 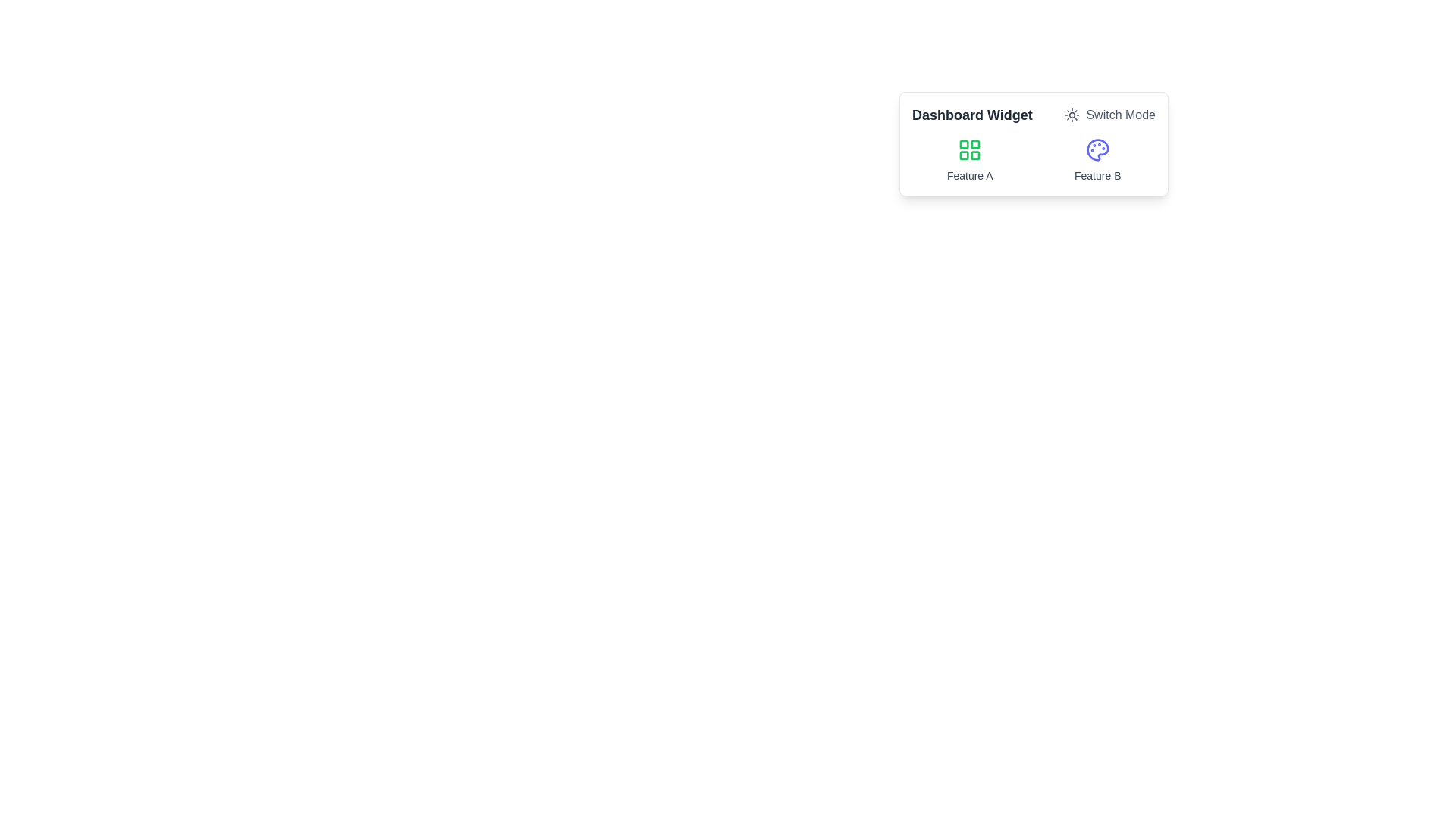 What do you see at coordinates (1121, 114) in the screenshot?
I see `the Text Label that identifies the mode-switching functionality within the Dashboard Widget, located in the top right, adjacent to the sun icon and above Feature A and Feature B` at bounding box center [1121, 114].